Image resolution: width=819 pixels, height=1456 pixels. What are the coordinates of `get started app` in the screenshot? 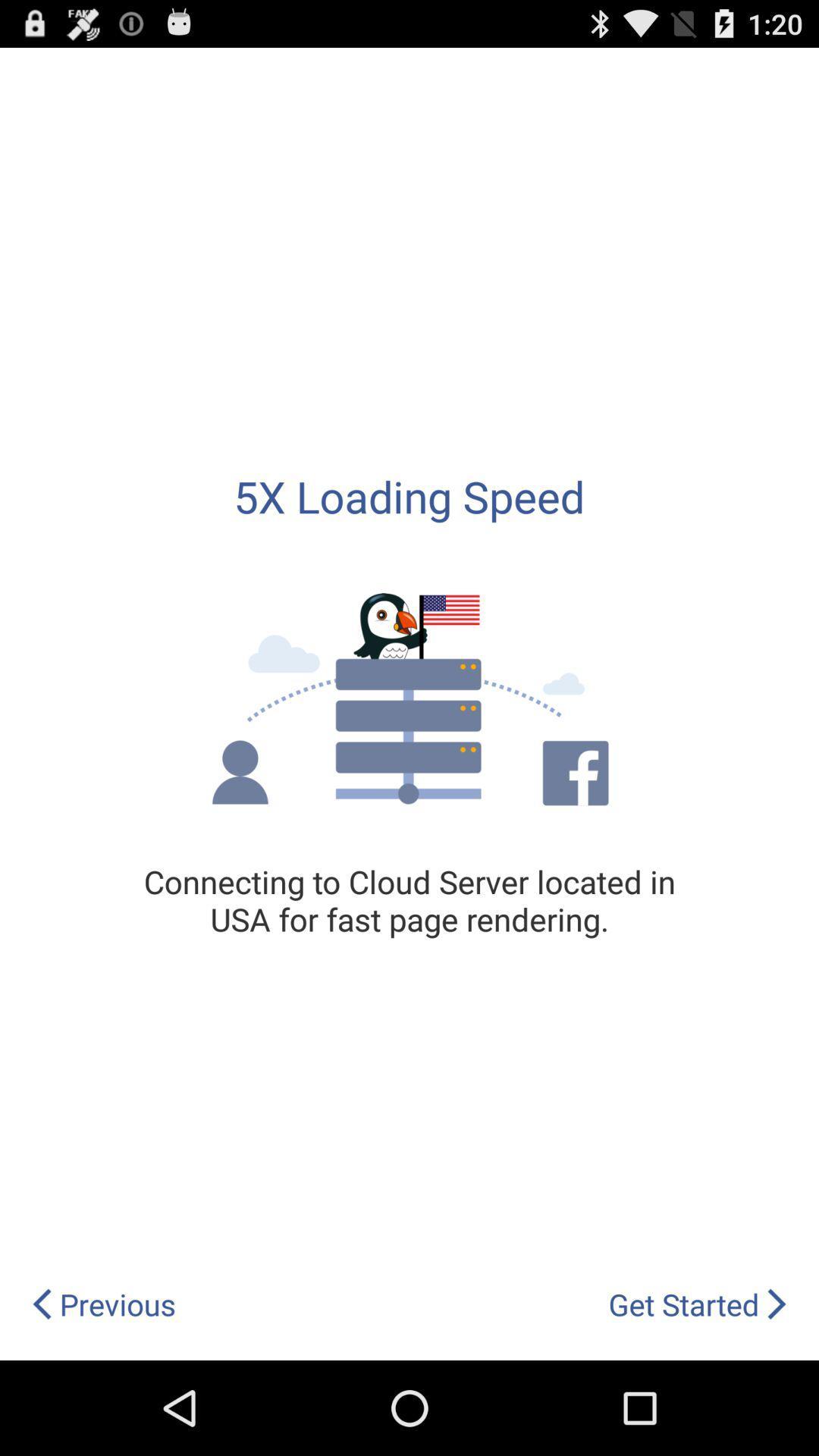 It's located at (698, 1304).